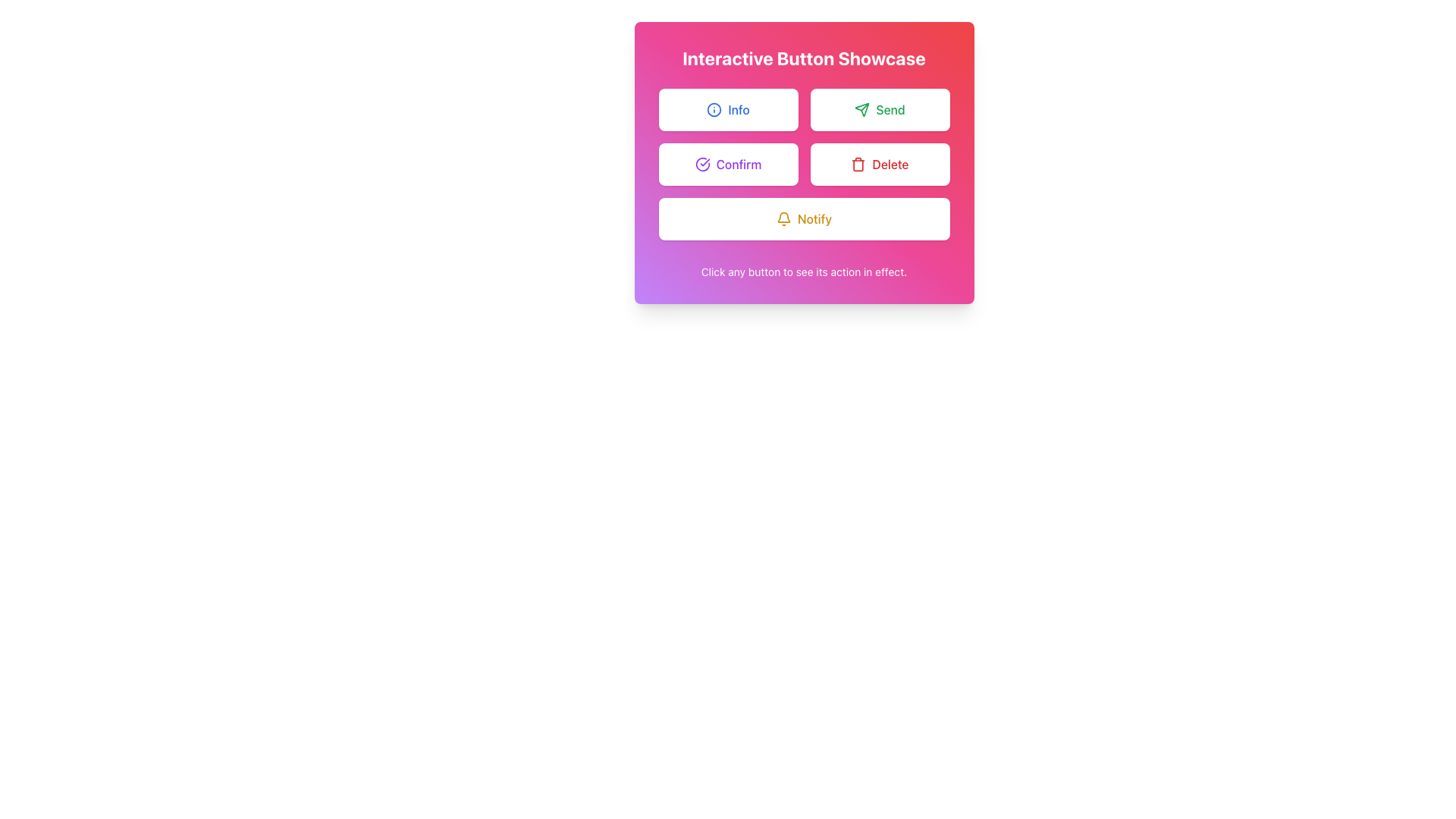  What do you see at coordinates (862, 109) in the screenshot?
I see `the green paper plane icon located to the left of the 'Send' text label in the top-right corner of the button showcase panel to initiate the associated action` at bounding box center [862, 109].